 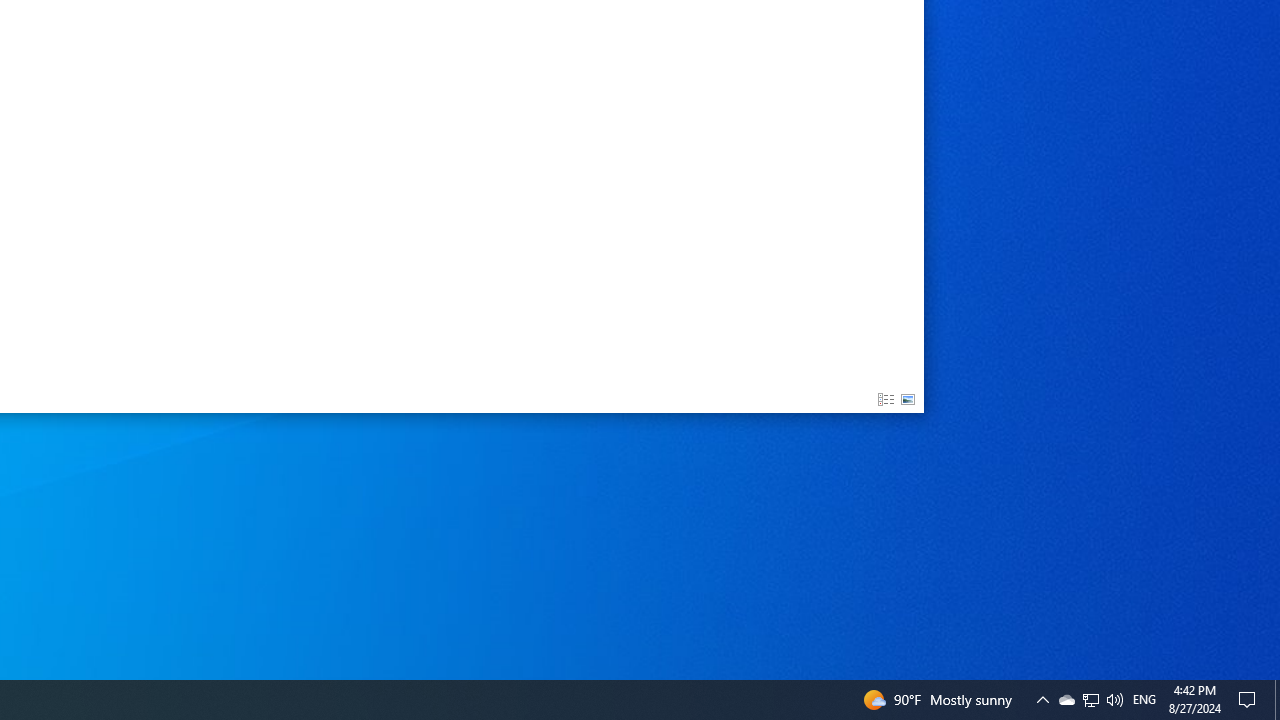 What do you see at coordinates (907, 400) in the screenshot?
I see `'Large Icons'` at bounding box center [907, 400].